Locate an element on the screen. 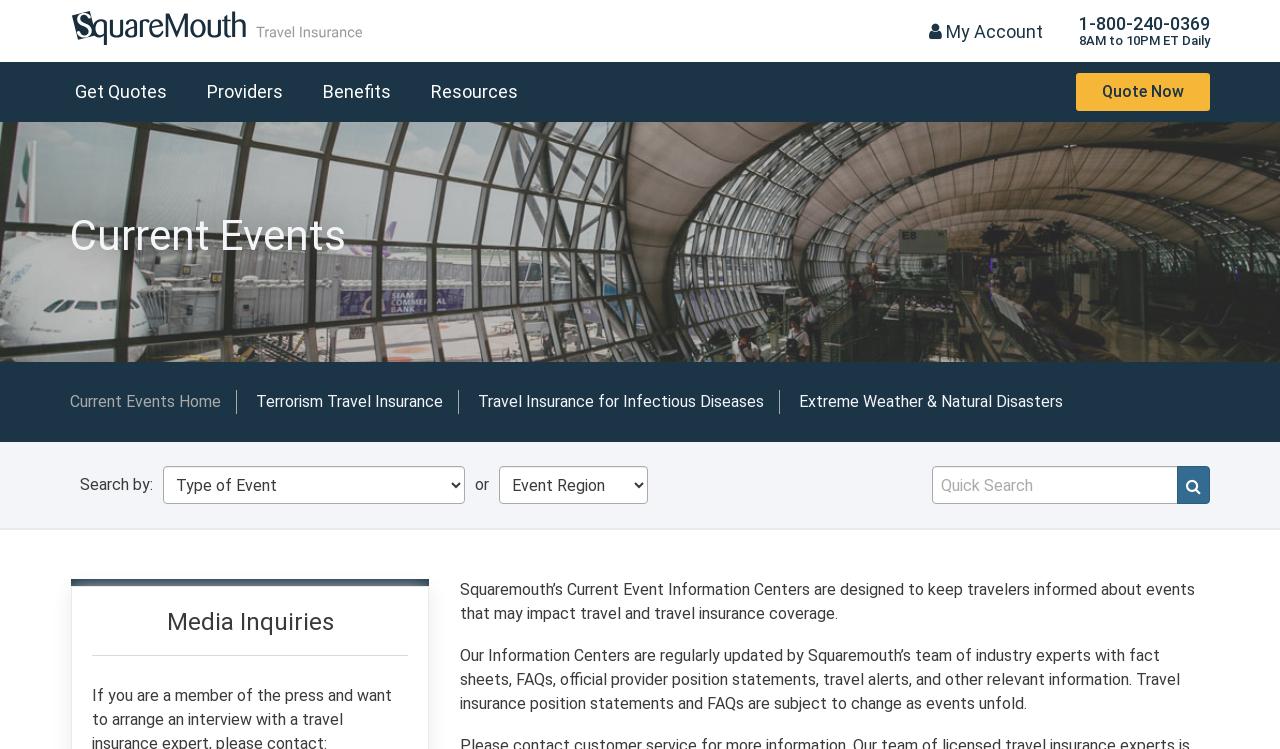 This screenshot has width=1280, height=749. 'or' is located at coordinates (482, 483).